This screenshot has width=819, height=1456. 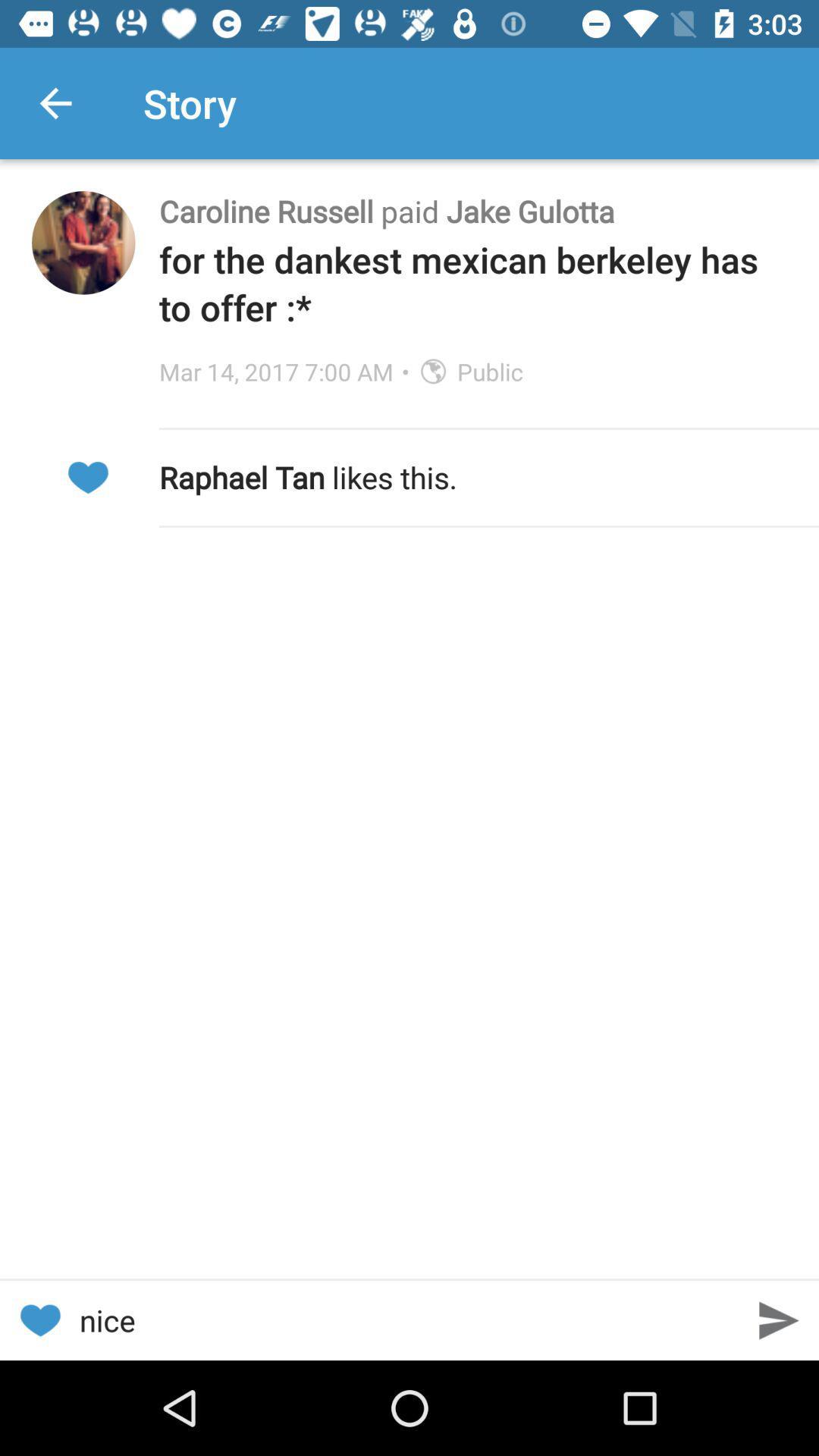 What do you see at coordinates (39, 1319) in the screenshot?
I see `item to the left of nice` at bounding box center [39, 1319].